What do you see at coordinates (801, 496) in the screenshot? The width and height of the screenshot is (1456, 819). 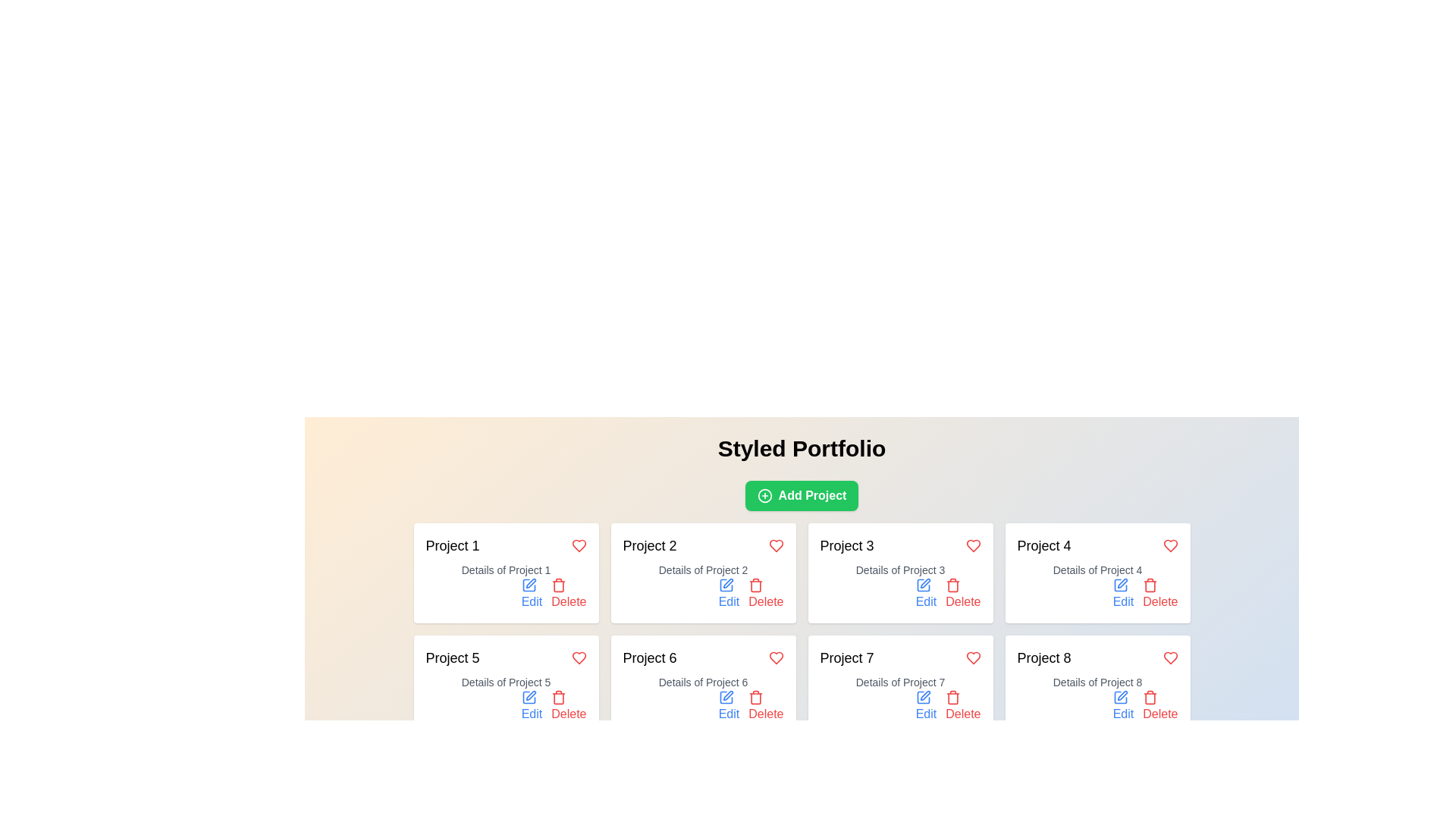 I see `the button located below the 'Styled Portfolio' header to initiate the addition of a new project` at bounding box center [801, 496].